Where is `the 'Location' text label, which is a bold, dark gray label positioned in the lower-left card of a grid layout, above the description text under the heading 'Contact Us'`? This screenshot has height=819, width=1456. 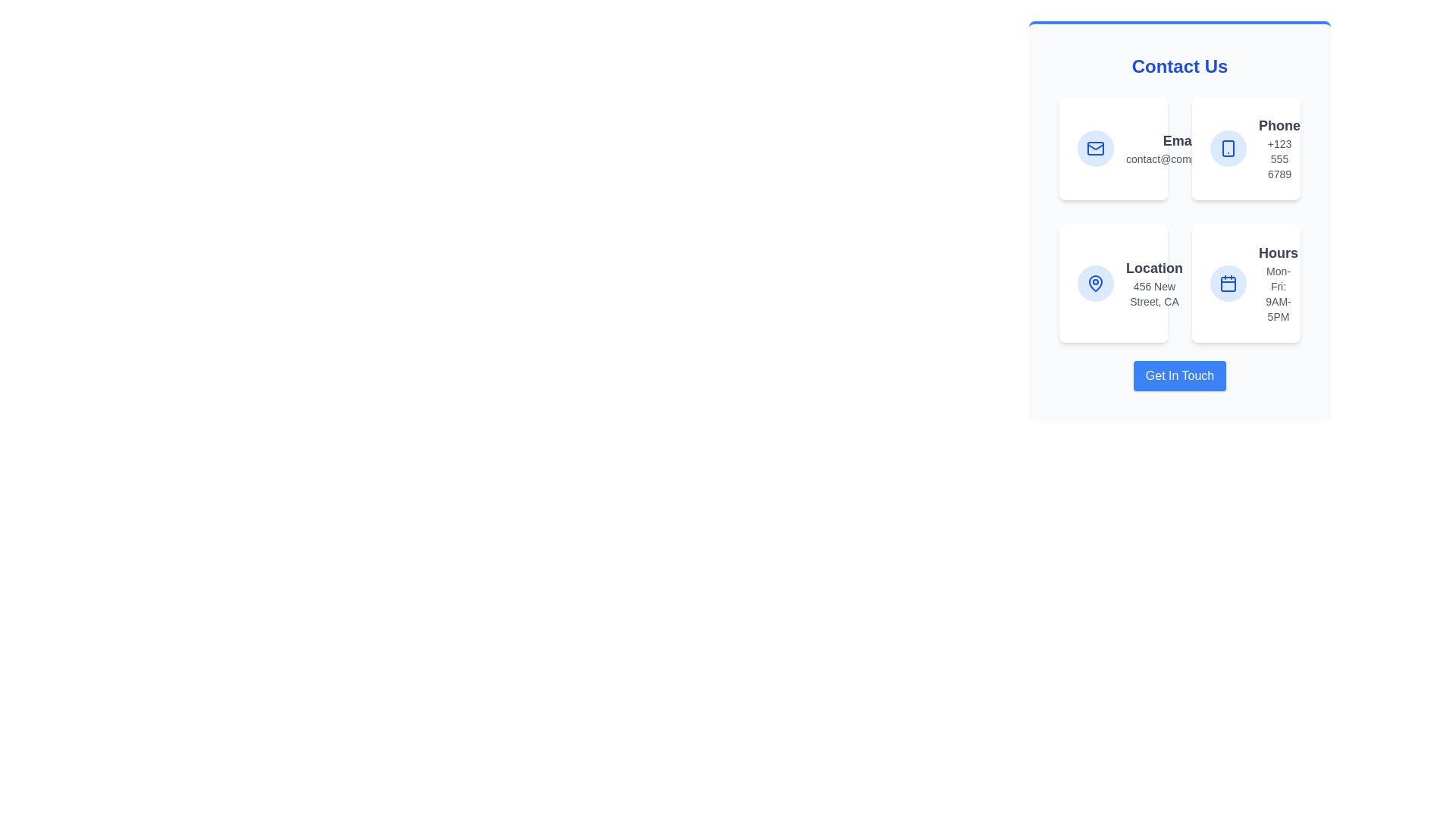 the 'Location' text label, which is a bold, dark gray label positioned in the lower-left card of a grid layout, above the description text under the heading 'Contact Us' is located at coordinates (1153, 268).